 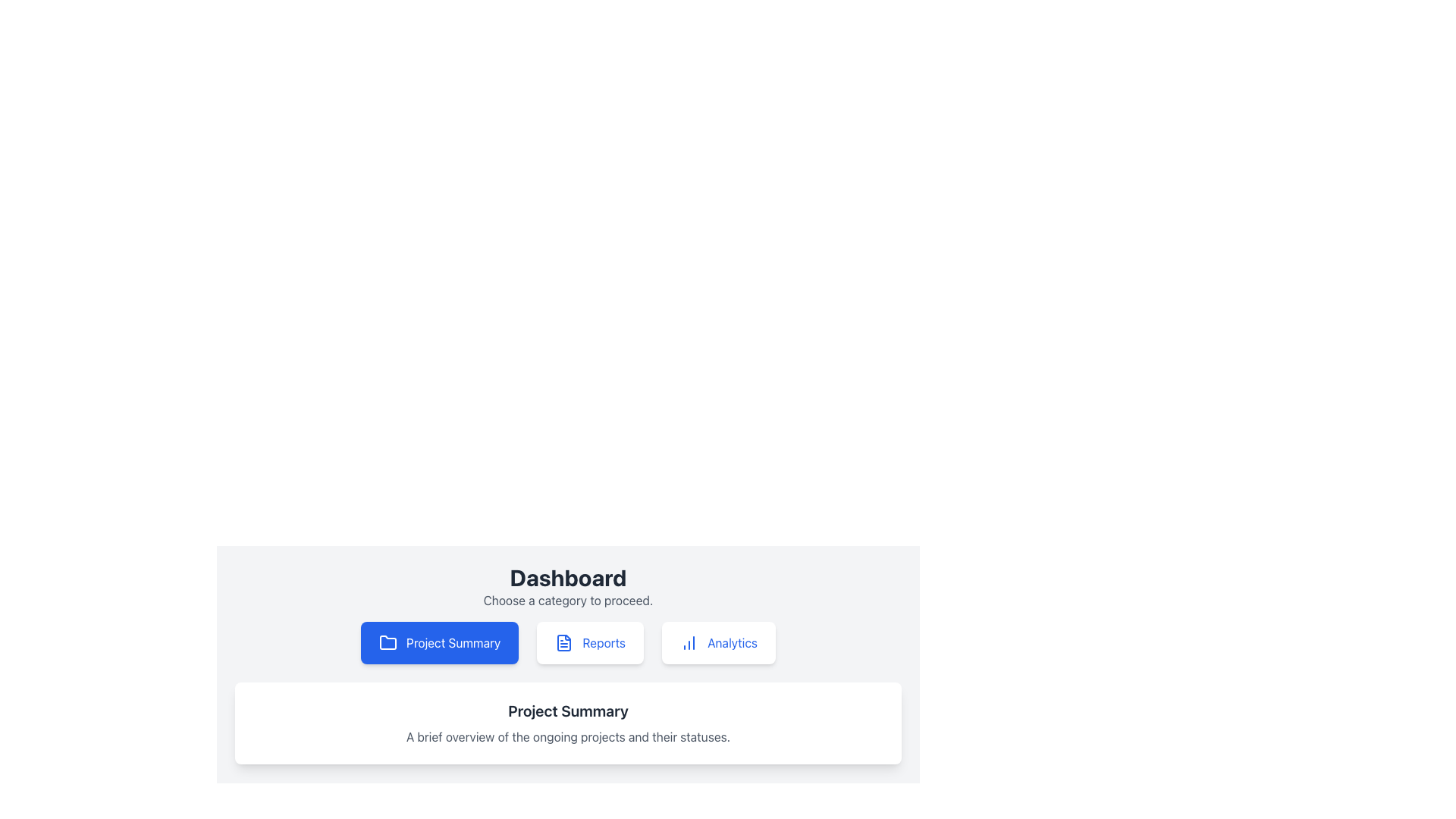 I want to click on the blue rounded rectangle button labeled 'Project Summary', so click(x=439, y=643).